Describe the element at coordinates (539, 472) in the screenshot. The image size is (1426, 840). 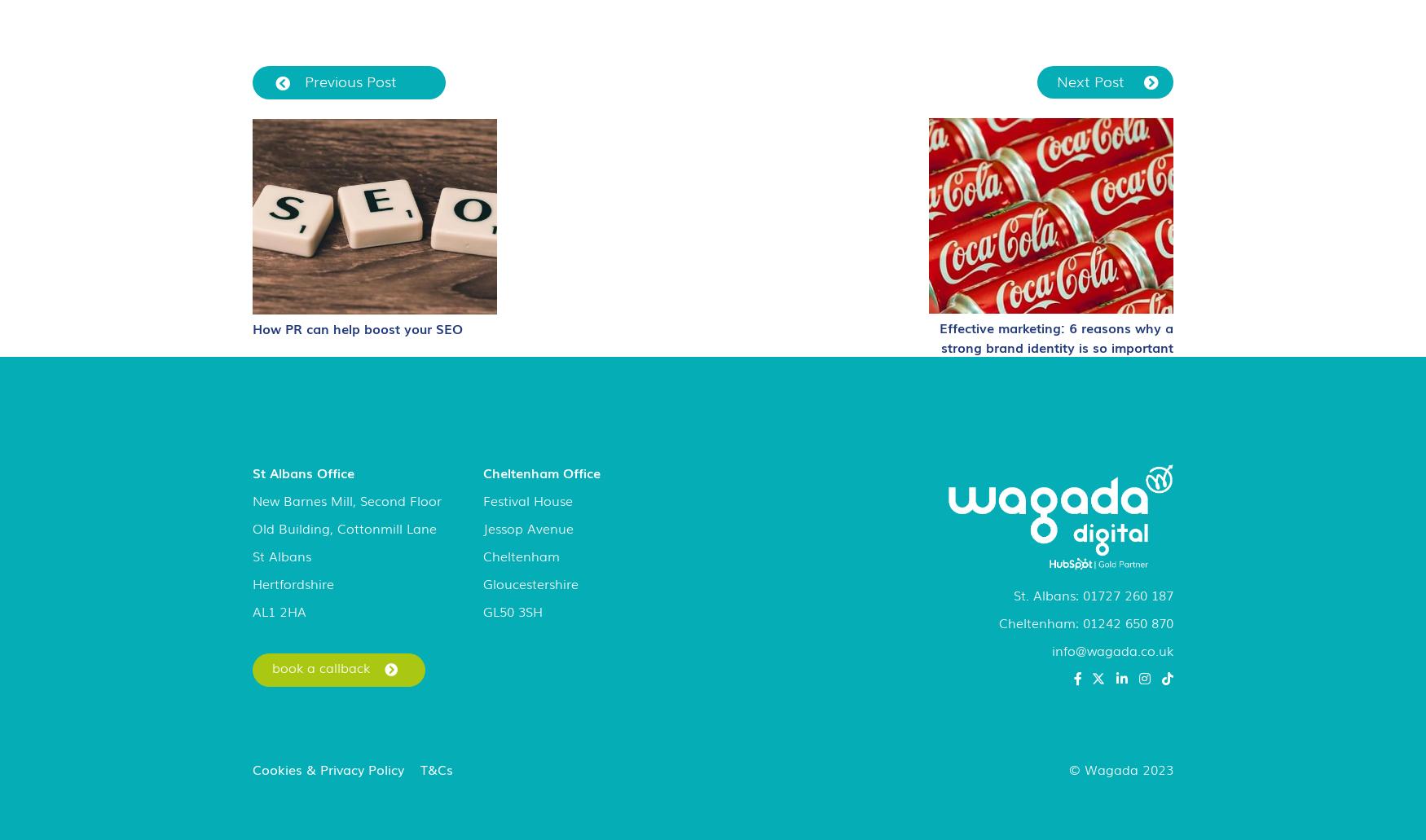
I see `'Cheltenham Office'` at that location.